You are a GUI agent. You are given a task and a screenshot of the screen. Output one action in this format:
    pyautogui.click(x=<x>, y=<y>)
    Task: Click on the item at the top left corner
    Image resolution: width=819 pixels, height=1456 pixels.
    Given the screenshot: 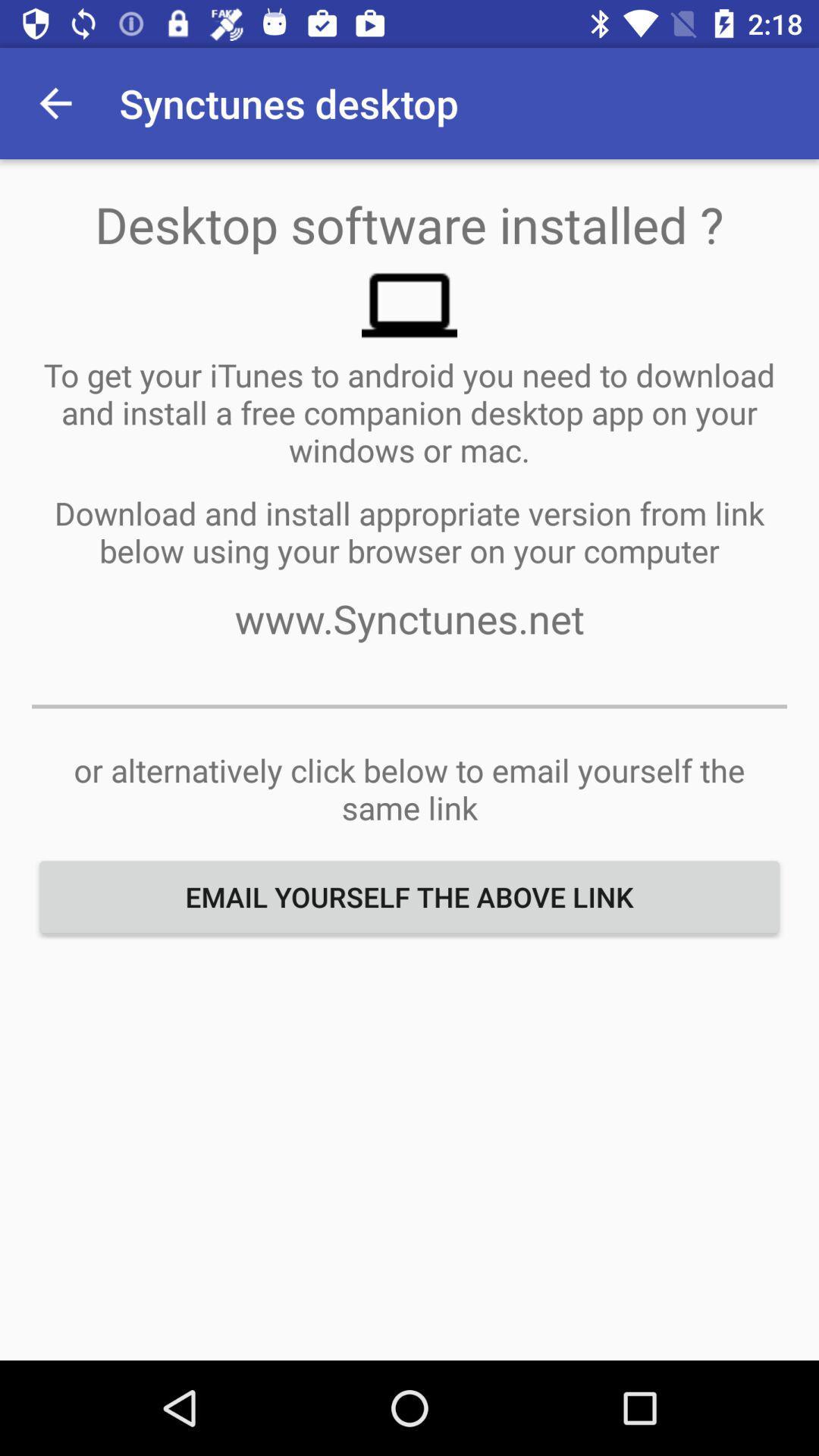 What is the action you would take?
    pyautogui.click(x=55, y=102)
    